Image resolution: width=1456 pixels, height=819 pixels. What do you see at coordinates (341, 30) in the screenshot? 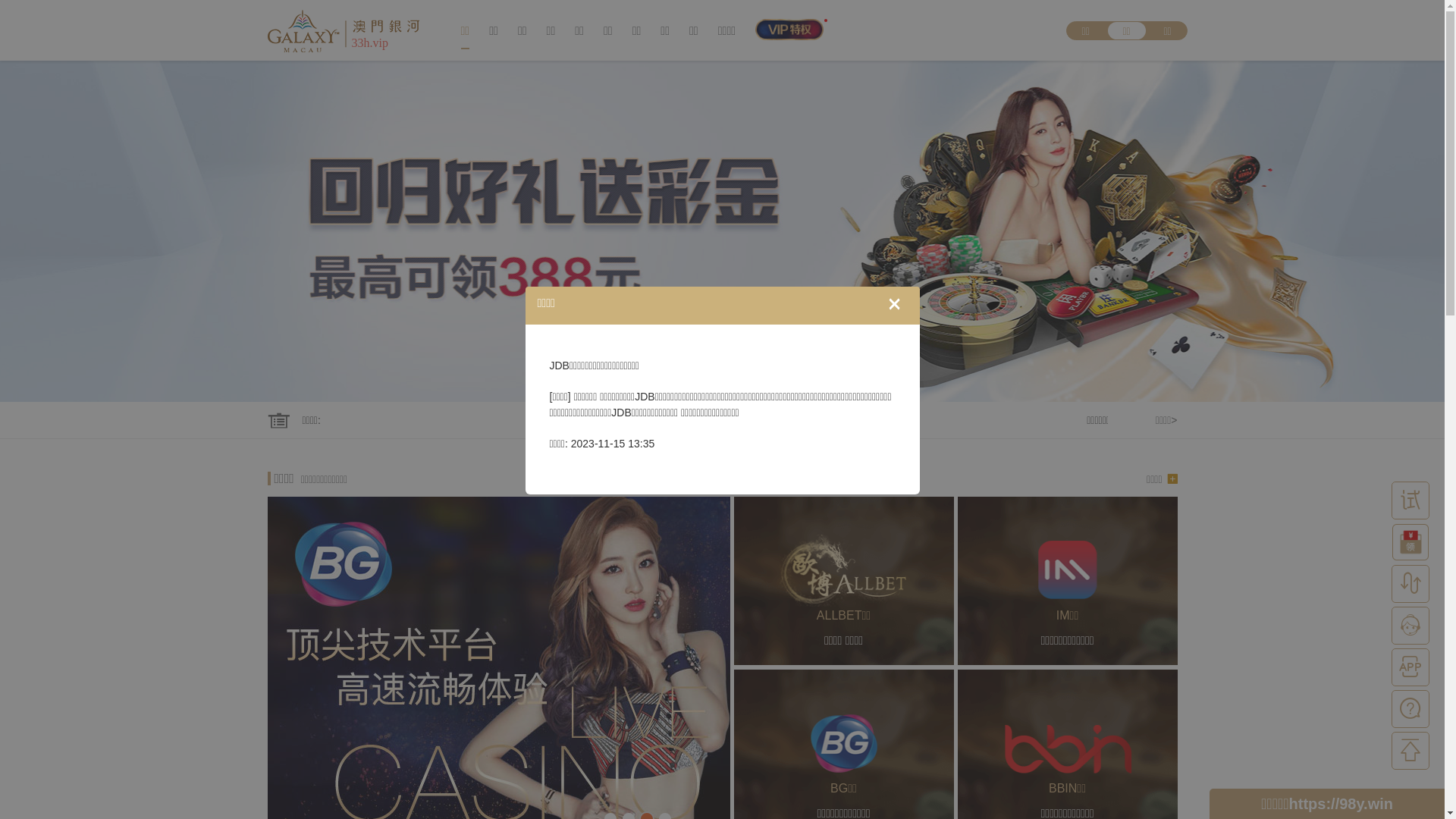
I see `'33h.vip'` at bounding box center [341, 30].